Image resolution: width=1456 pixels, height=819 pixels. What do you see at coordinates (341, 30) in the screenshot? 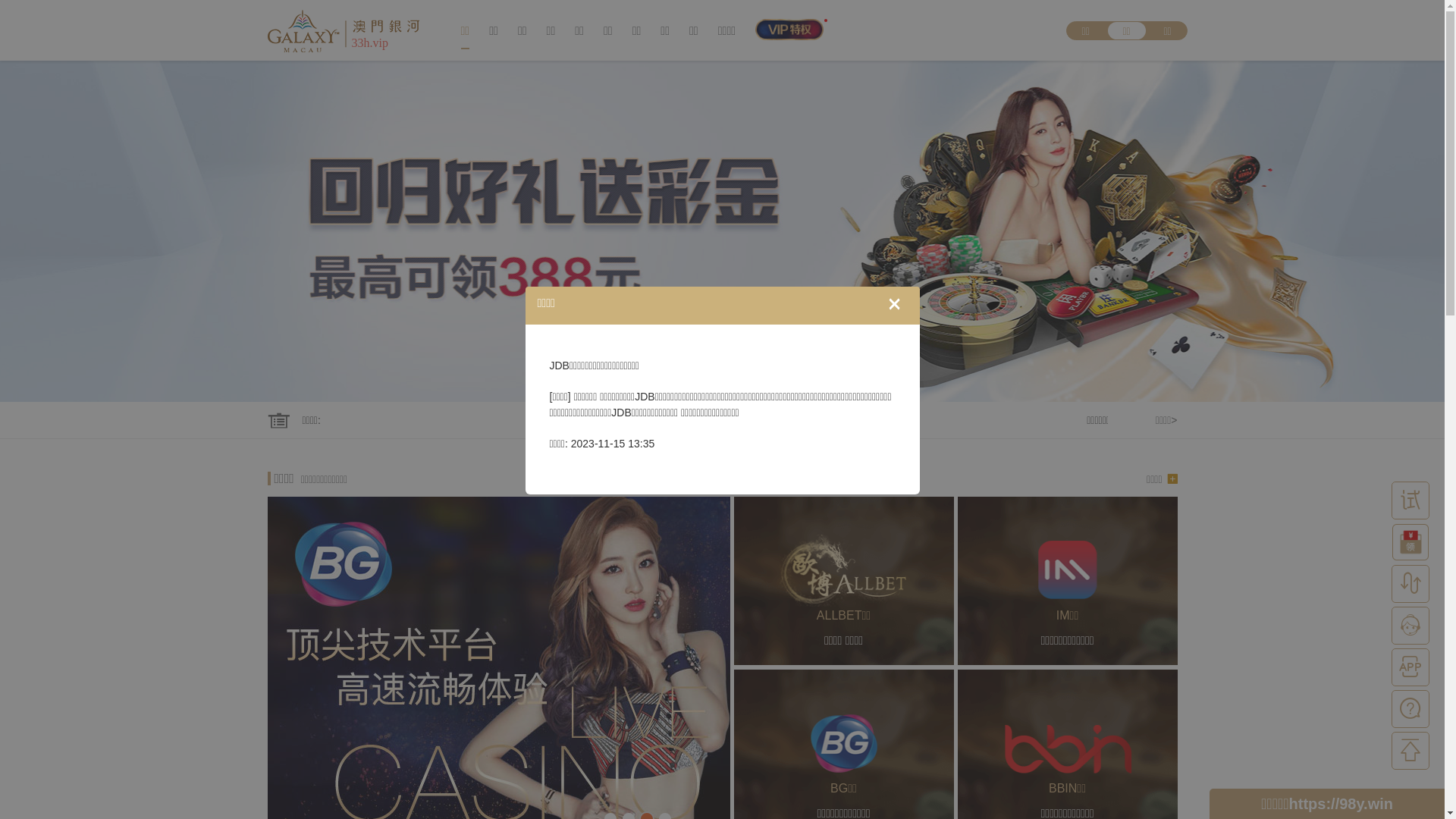
I see `'33h.vip'` at bounding box center [341, 30].